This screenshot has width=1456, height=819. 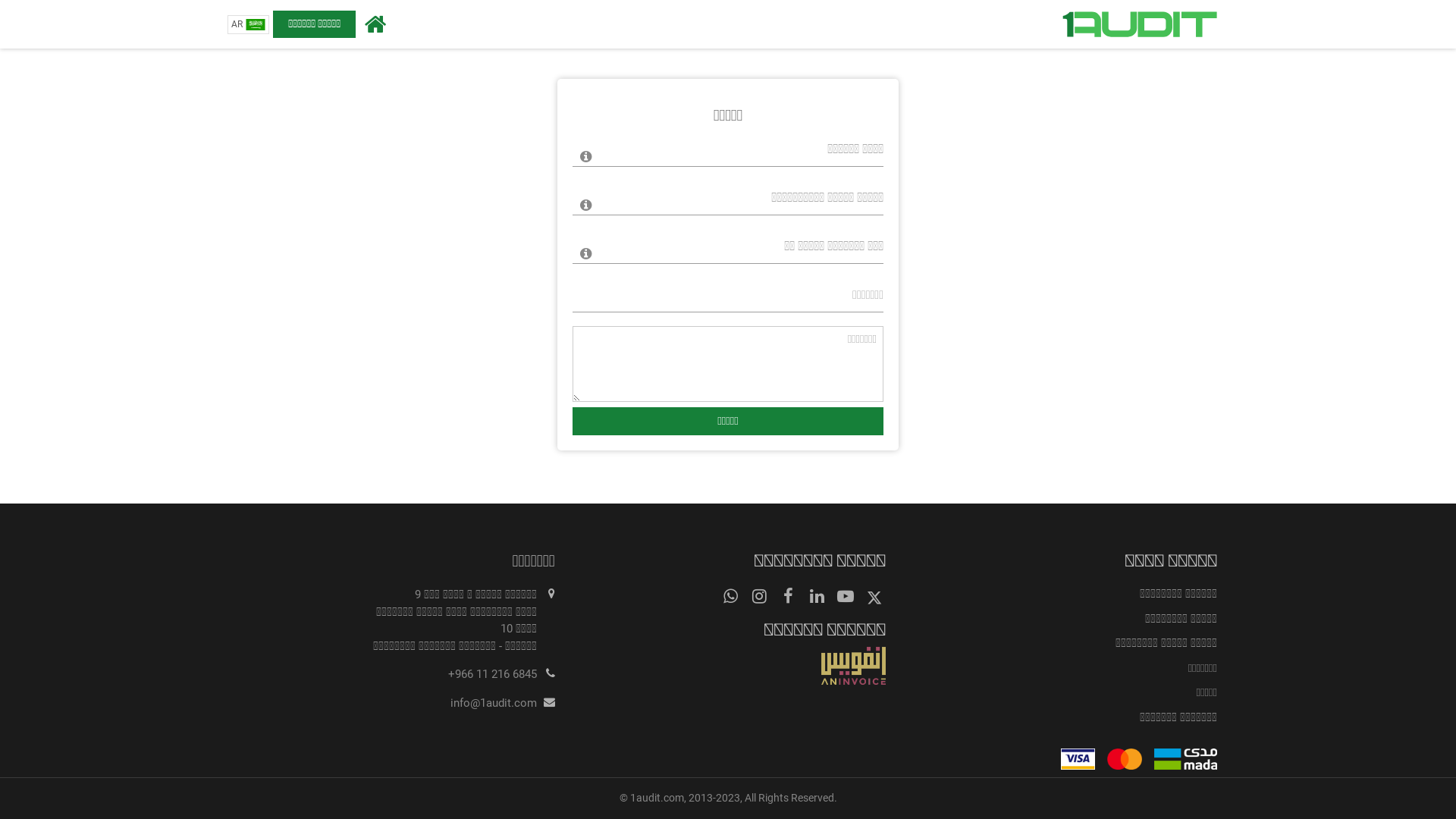 What do you see at coordinates (844, 595) in the screenshot?
I see `'YouTube'` at bounding box center [844, 595].